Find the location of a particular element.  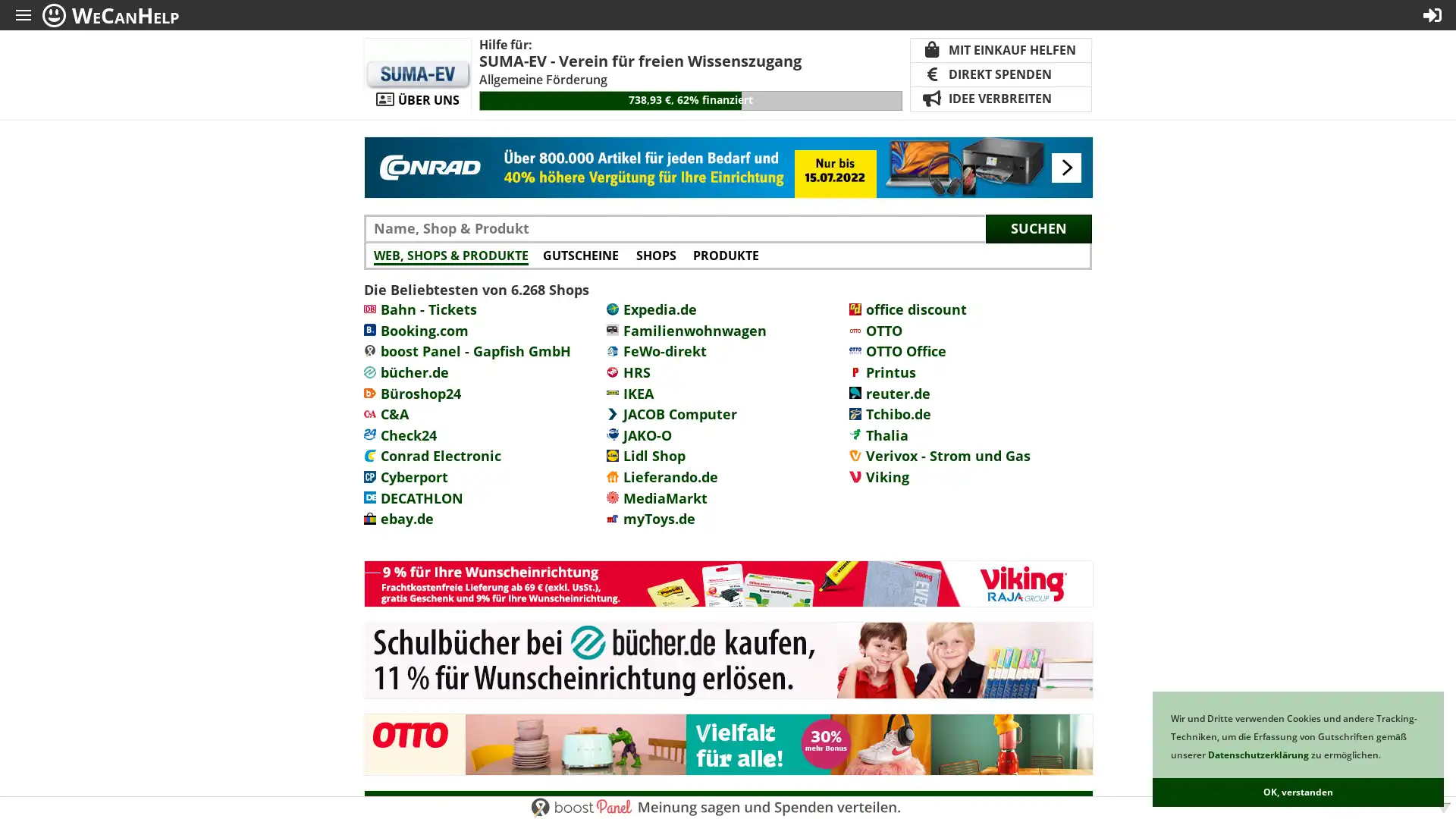

dismiss cookie message is located at coordinates (1298, 792).